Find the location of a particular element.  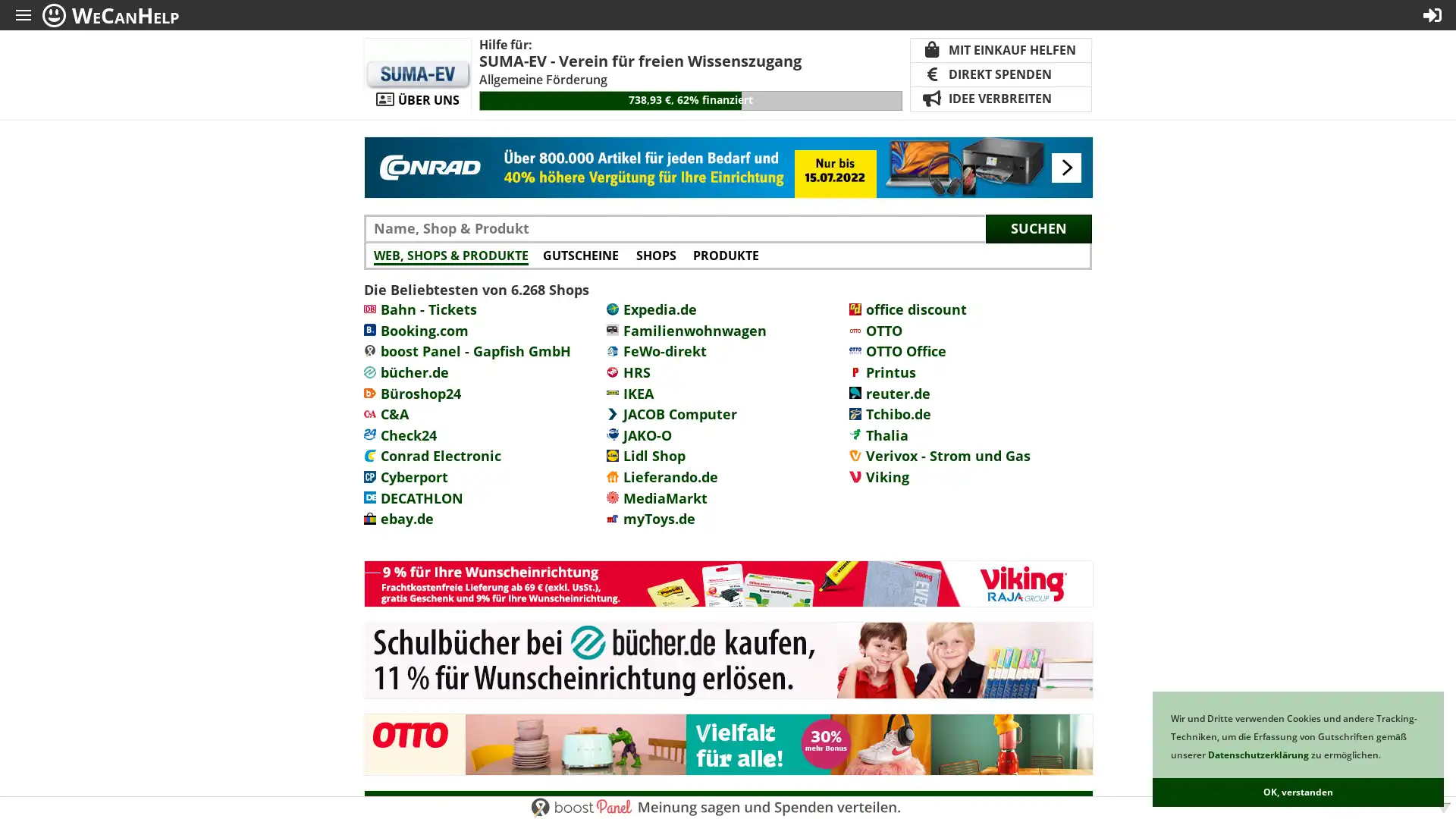

dismiss cookie message is located at coordinates (1298, 792).